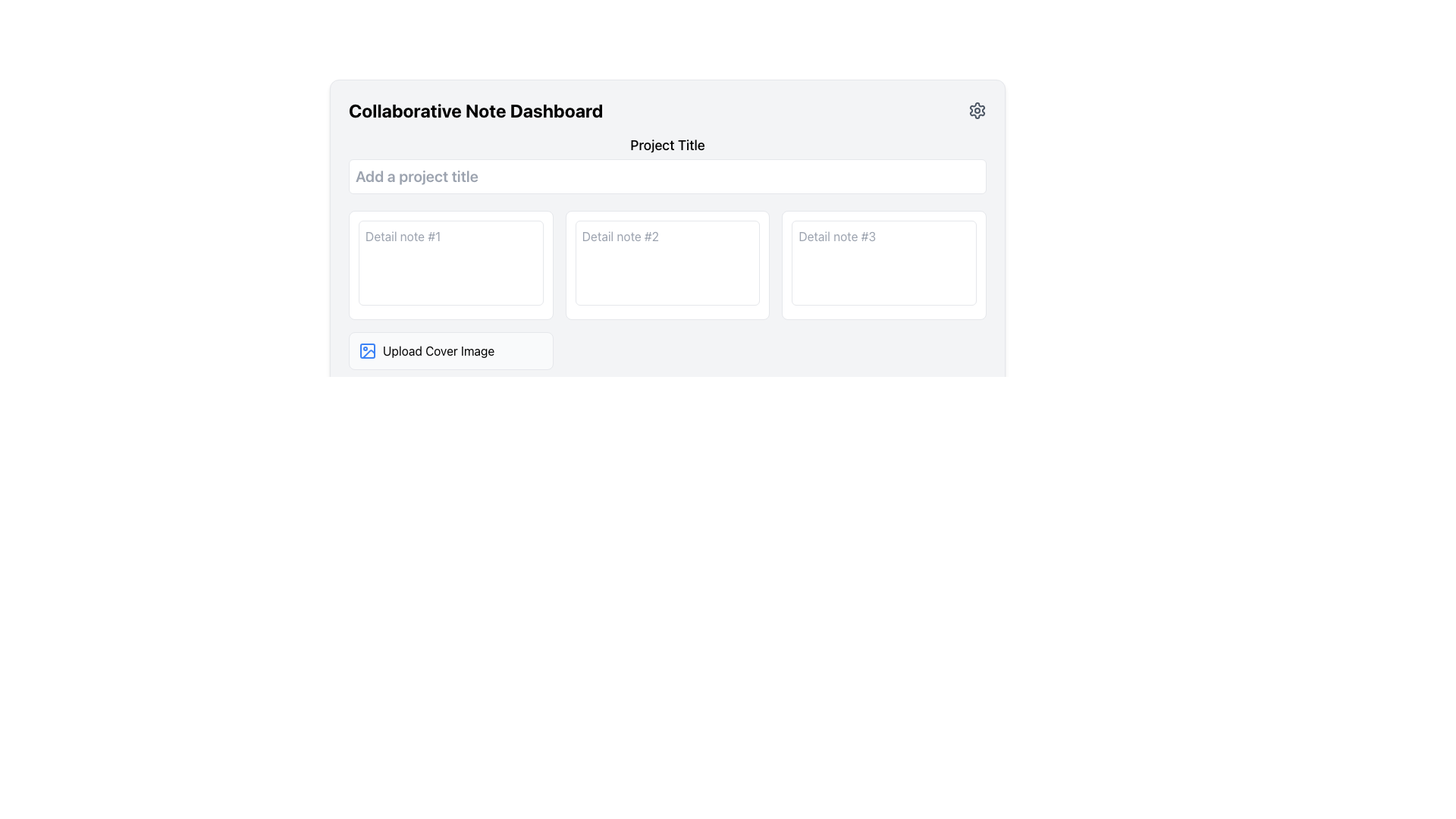  What do you see at coordinates (367, 350) in the screenshot?
I see `the square with rounded corners that is part of the picture or photo icon, located on the left side of the 'Upload Cover Image' button` at bounding box center [367, 350].